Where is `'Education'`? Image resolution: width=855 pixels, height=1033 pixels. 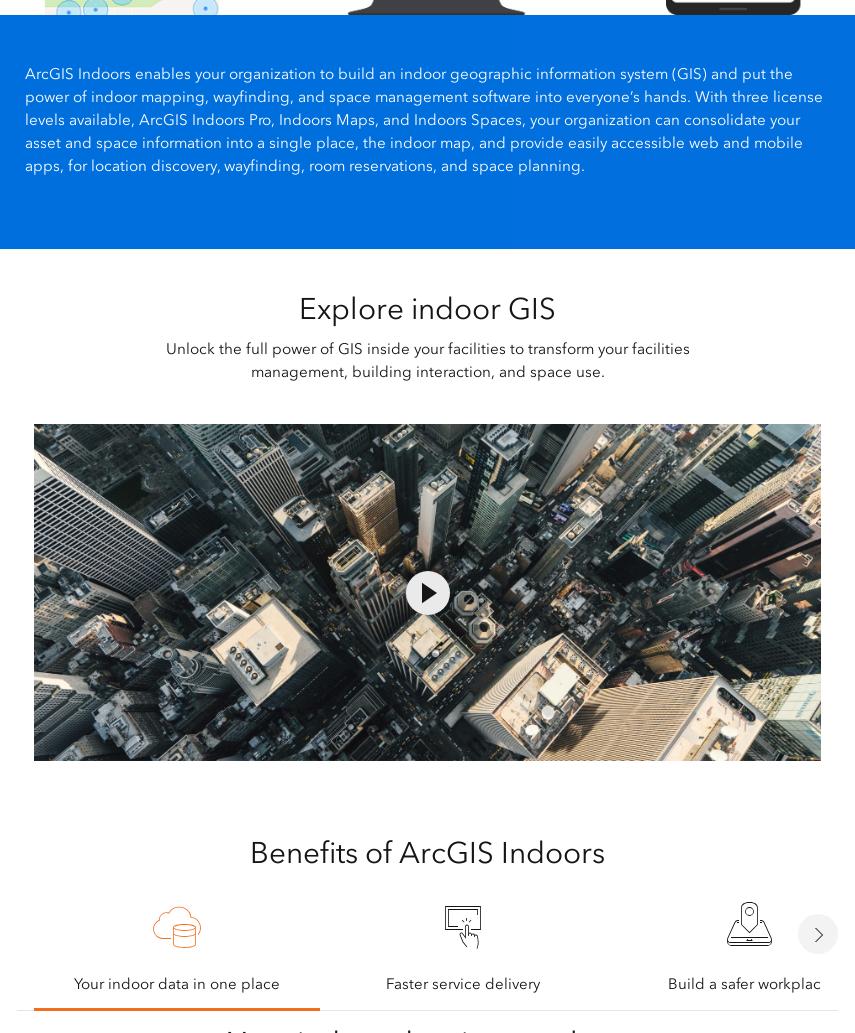
'Education' is located at coordinates (271, 759).